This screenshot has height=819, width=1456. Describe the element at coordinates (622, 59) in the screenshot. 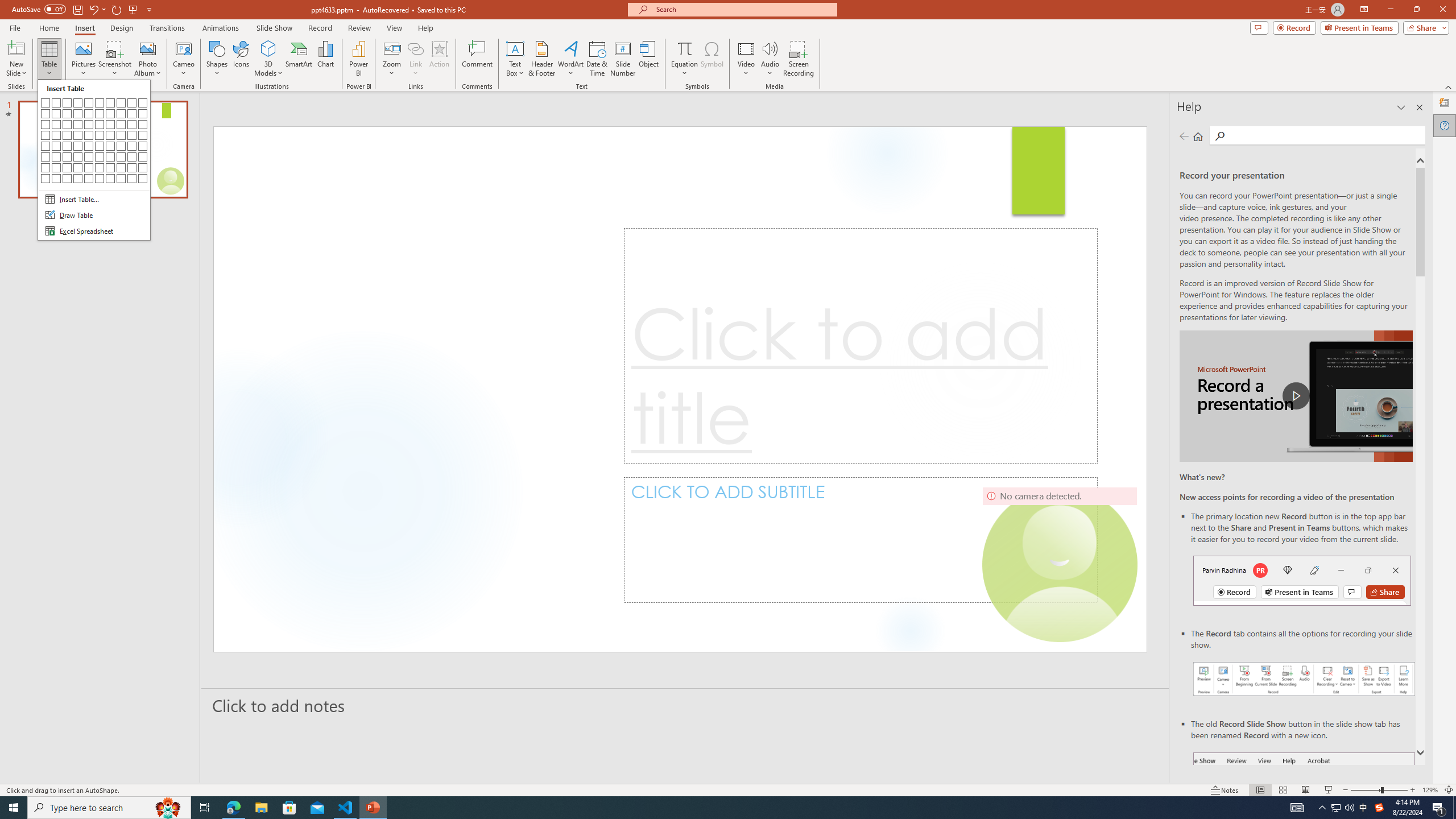

I see `'Slide Number'` at that location.